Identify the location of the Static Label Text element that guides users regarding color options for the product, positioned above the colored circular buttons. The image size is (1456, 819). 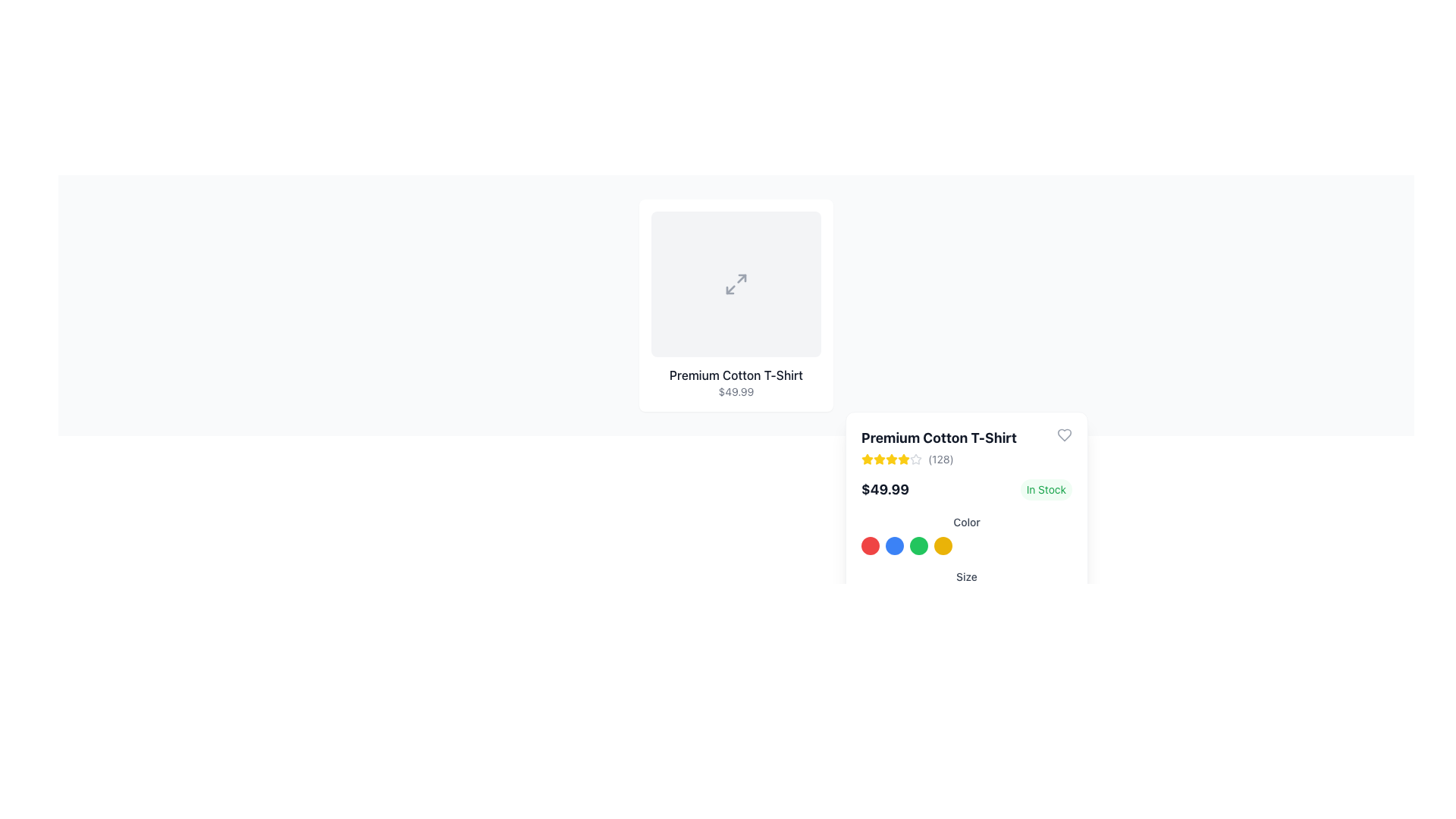
(966, 520).